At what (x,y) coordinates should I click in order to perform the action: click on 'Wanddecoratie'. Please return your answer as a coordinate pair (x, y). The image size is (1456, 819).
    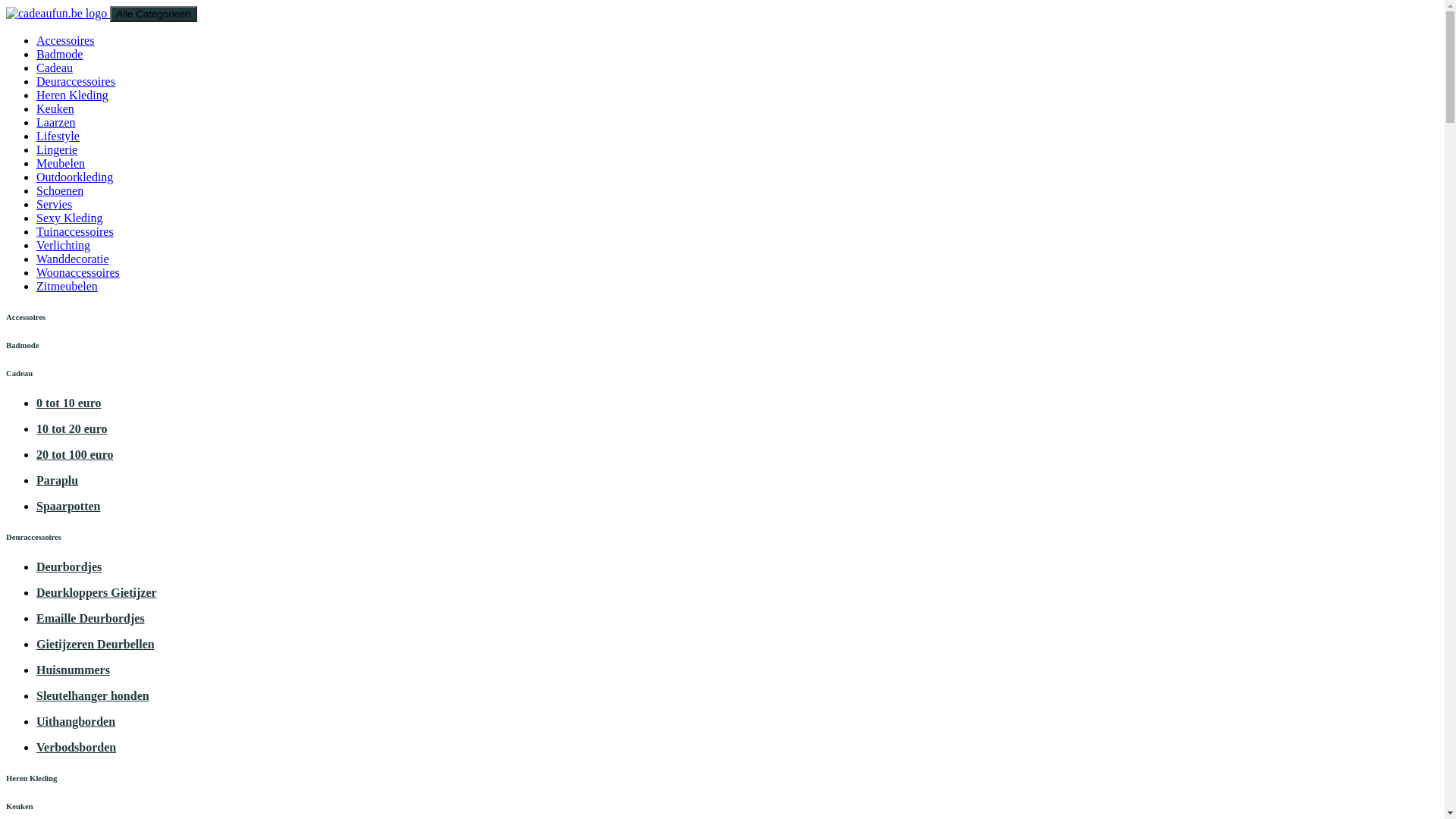
    Looking at the image, I should click on (36, 258).